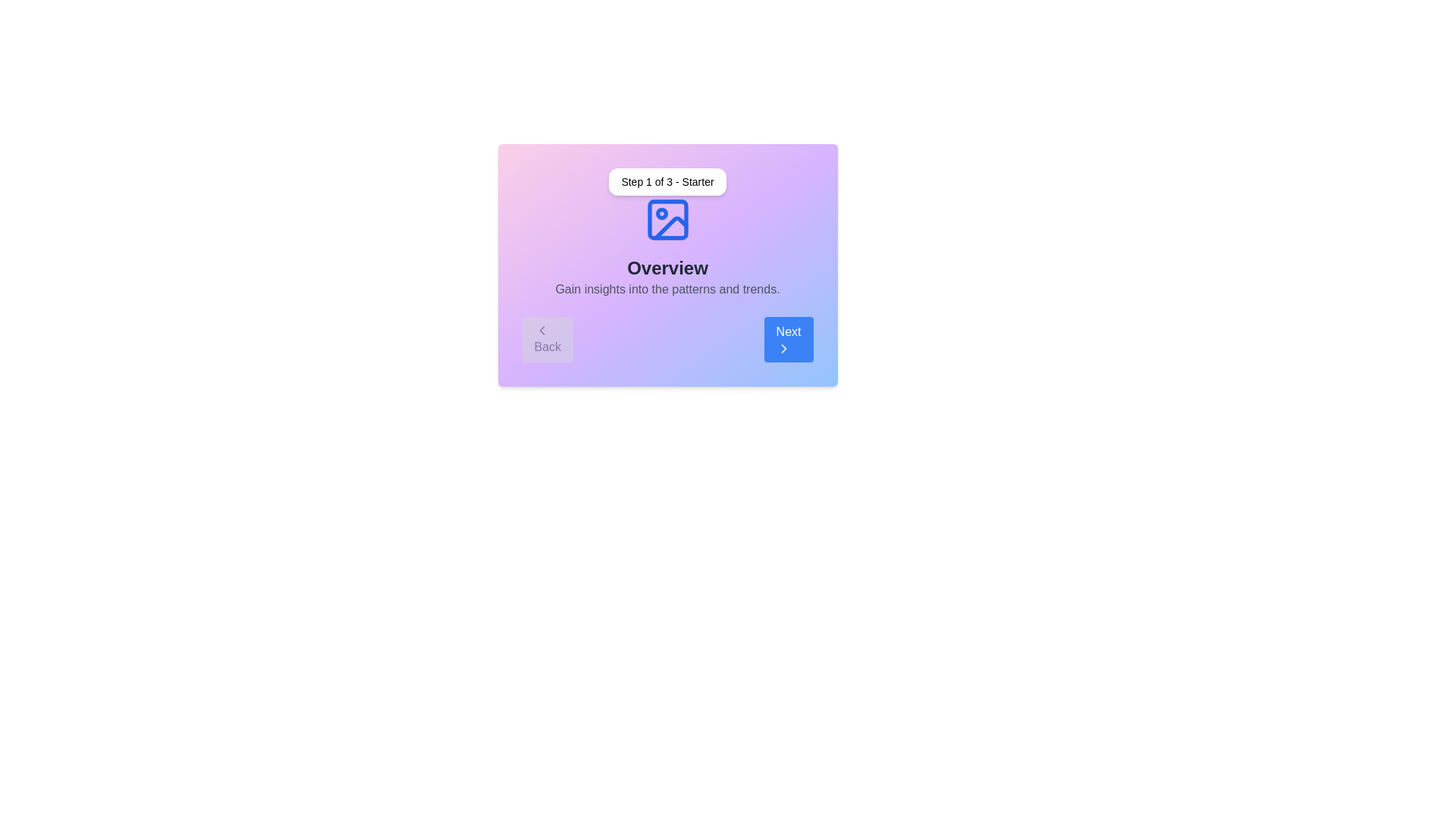 Image resolution: width=1456 pixels, height=819 pixels. Describe the element at coordinates (789, 338) in the screenshot. I see `'Next' button to navigate to the next step in the stepper` at that location.